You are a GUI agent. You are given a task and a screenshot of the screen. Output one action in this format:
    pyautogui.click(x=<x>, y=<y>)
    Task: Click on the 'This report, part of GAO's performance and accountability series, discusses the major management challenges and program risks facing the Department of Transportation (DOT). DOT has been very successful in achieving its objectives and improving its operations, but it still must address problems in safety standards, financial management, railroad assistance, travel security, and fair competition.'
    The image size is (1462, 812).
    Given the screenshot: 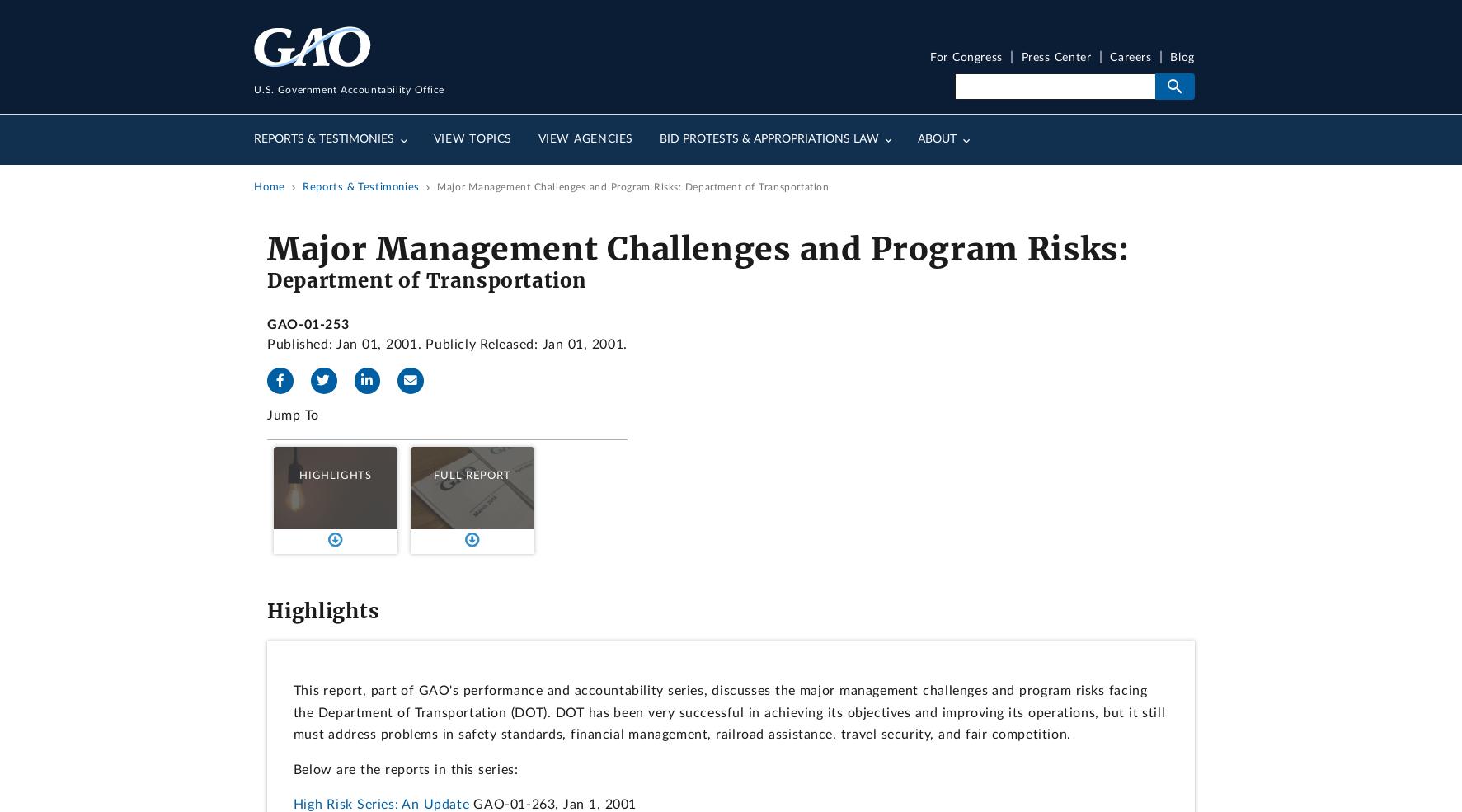 What is the action you would take?
    pyautogui.click(x=292, y=711)
    